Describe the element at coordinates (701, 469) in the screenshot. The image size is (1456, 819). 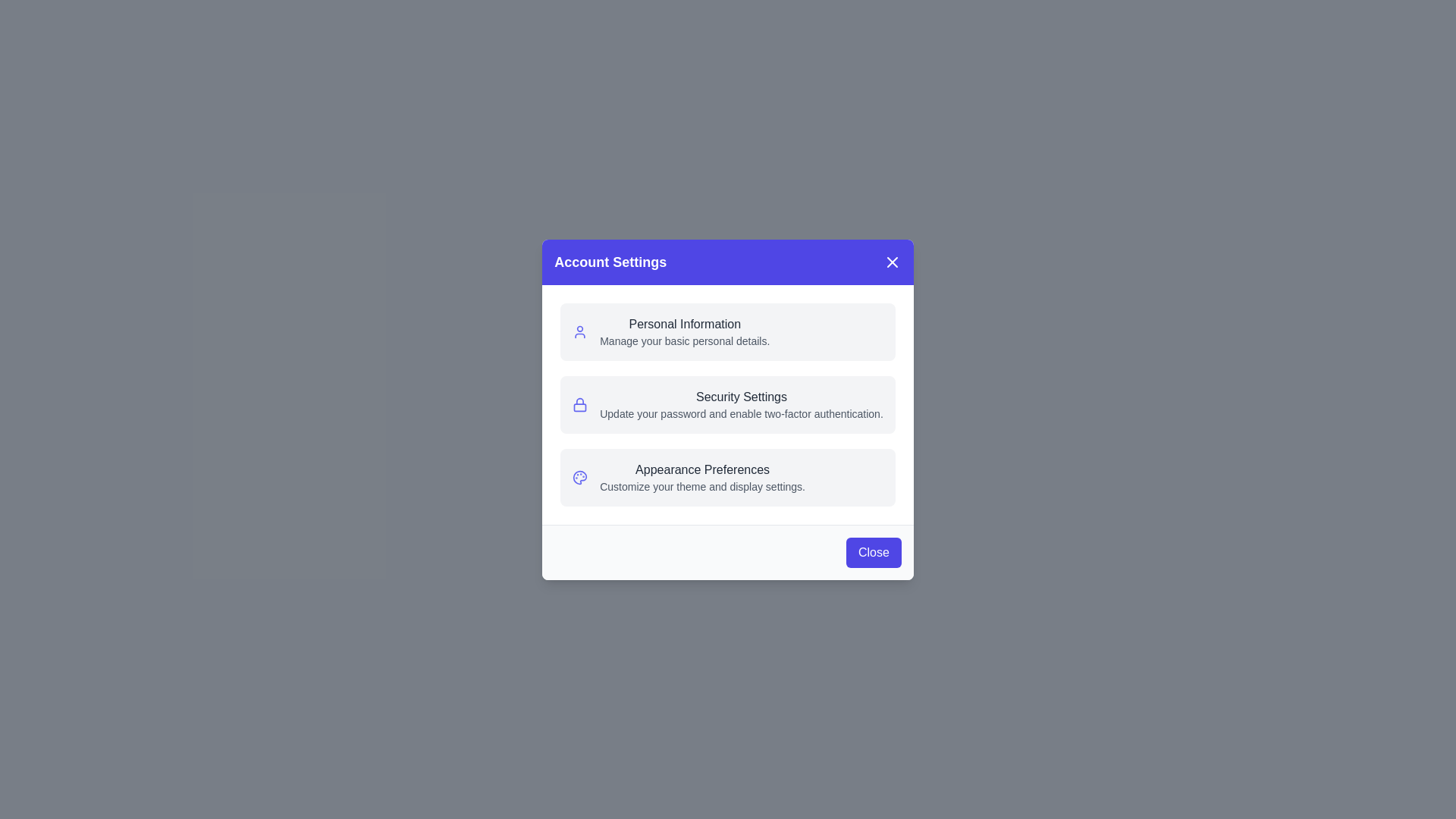
I see `the static text label serving as the header for appearance preferences in the 'Account Settings' dialog box, positioned above the text 'Customize your theme and display settings.'` at that location.